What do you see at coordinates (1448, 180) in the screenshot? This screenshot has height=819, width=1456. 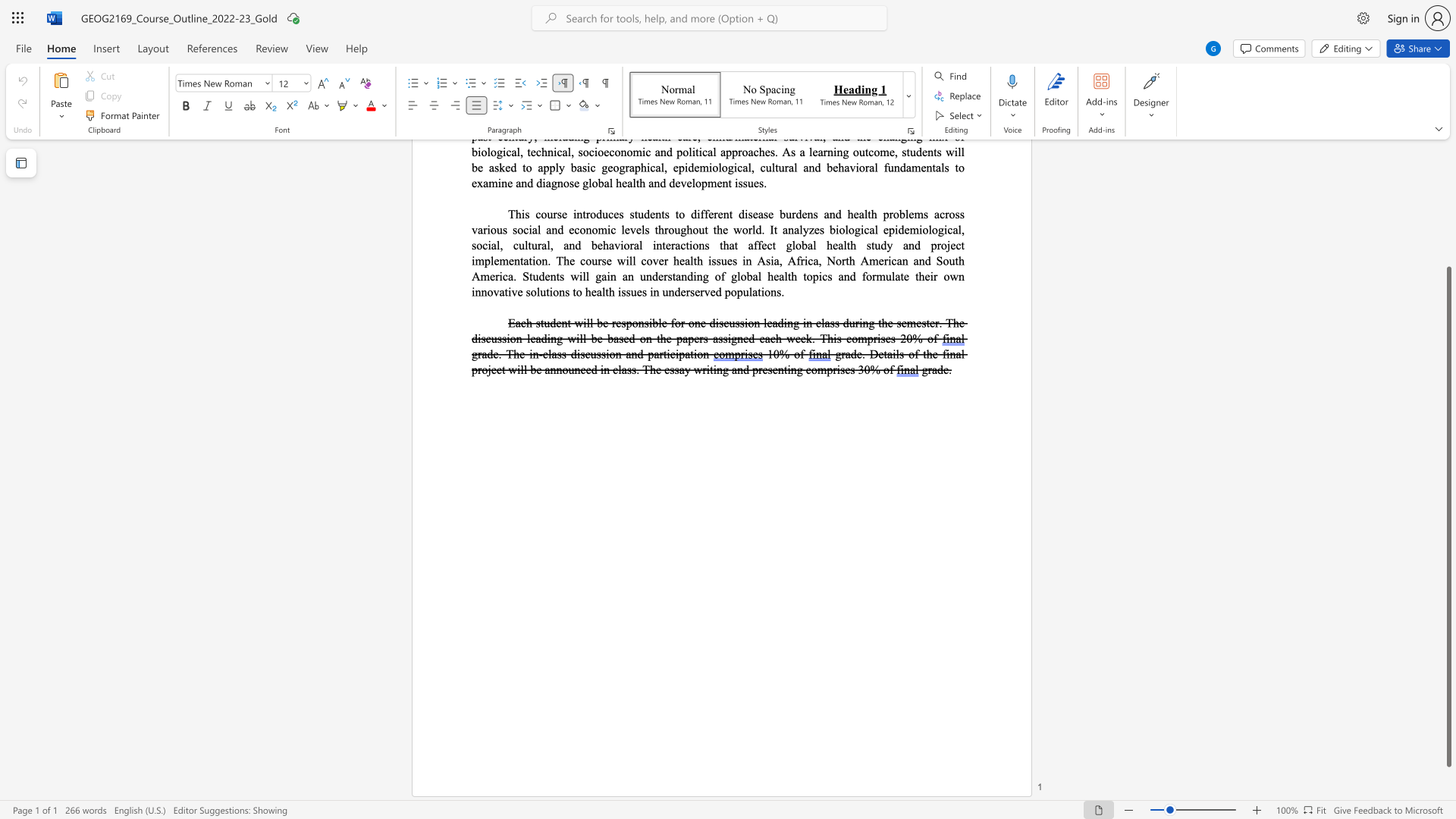 I see `the scrollbar on the right` at bounding box center [1448, 180].